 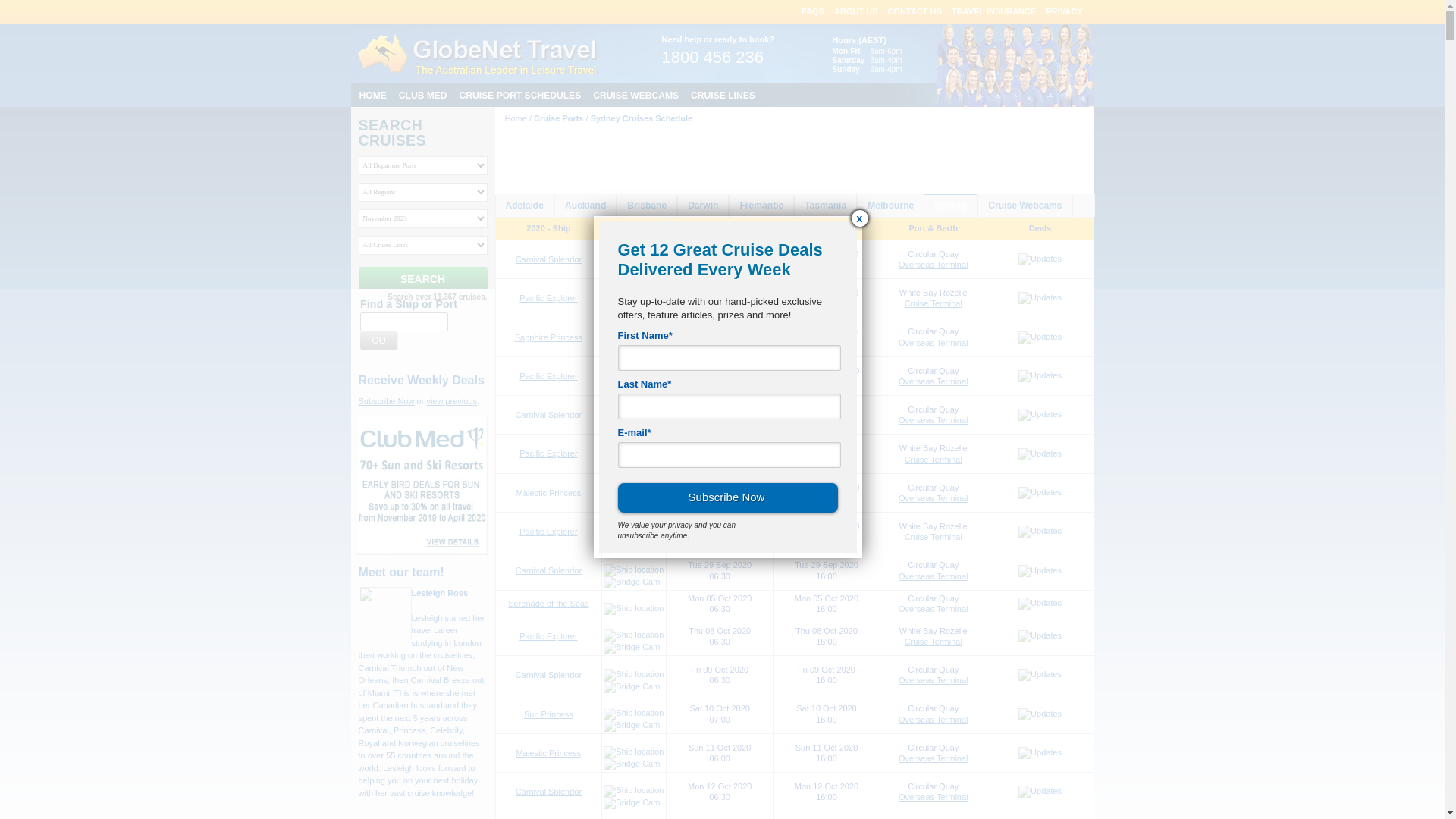 I want to click on 'Pacific Explorer', so click(x=548, y=298).